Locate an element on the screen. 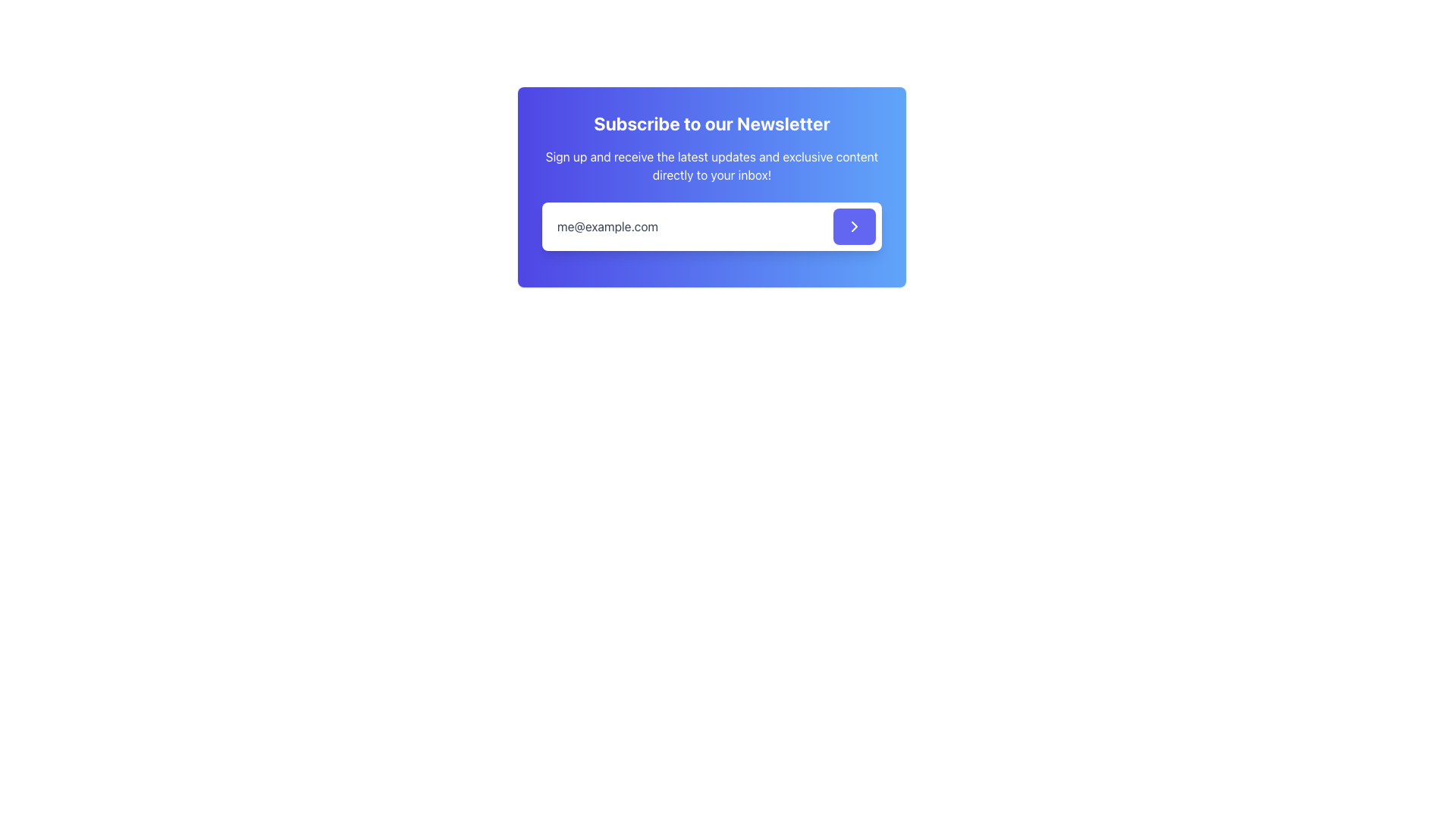 Image resolution: width=1456 pixels, height=819 pixels. the chevron icon located at the center of the purple circular button, which indicates the action of submitting or proceeding is located at coordinates (855, 227).